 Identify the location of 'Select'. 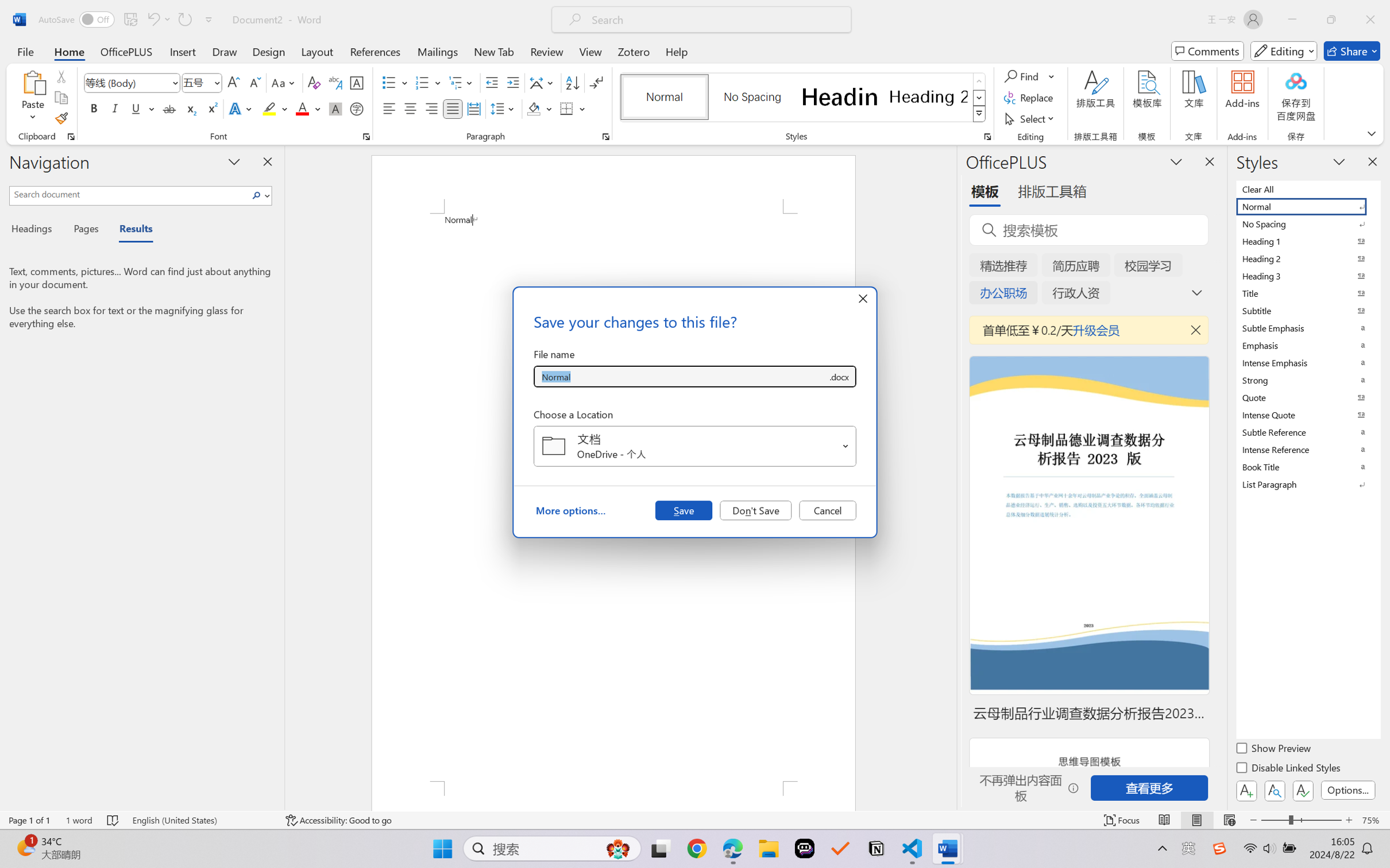
(1031, 119).